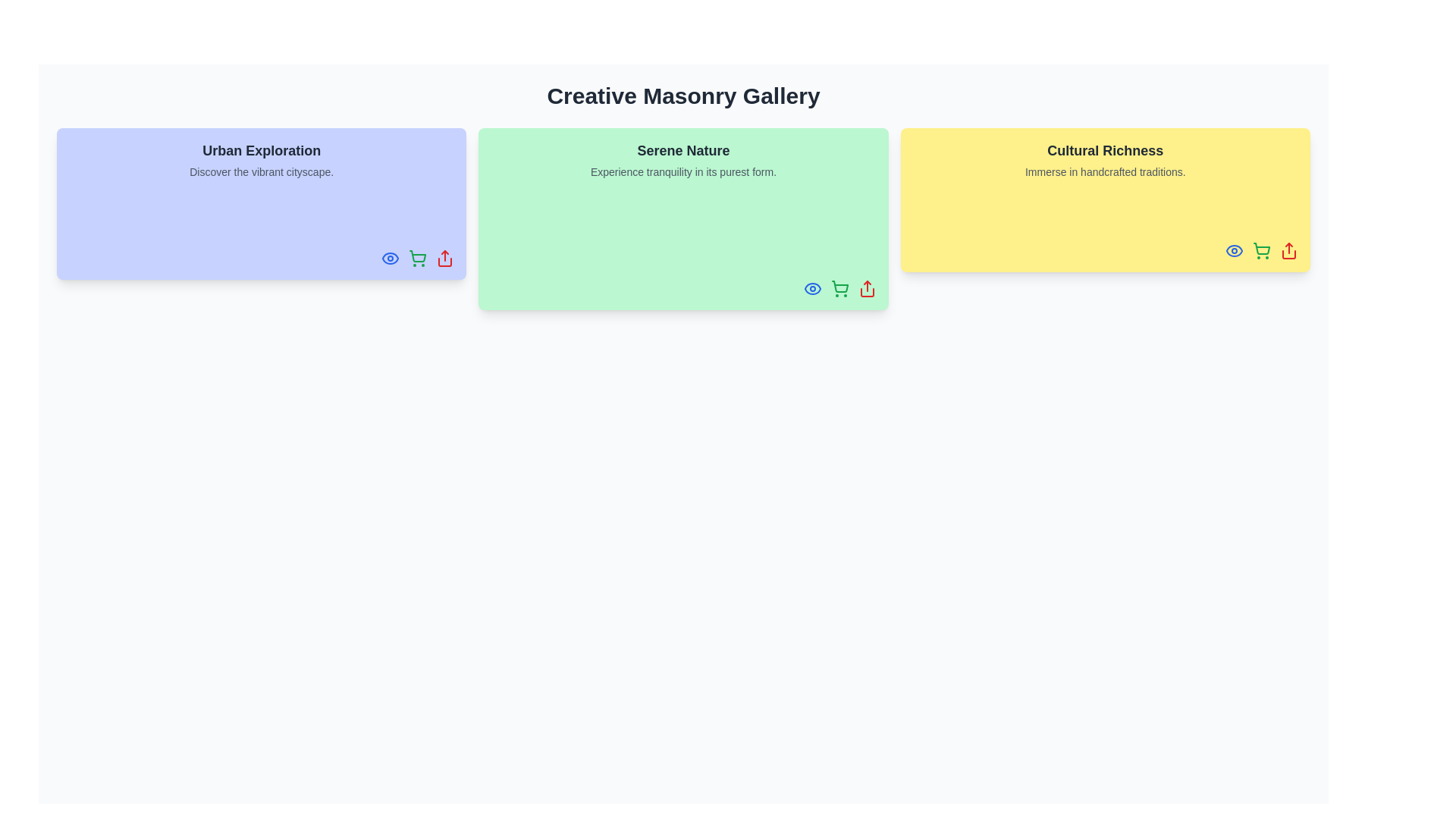 This screenshot has height=819, width=1456. I want to click on the eye-shaped icon button, which is blue and located at the bottom-right corner of the leftmost blue card titled 'Urban Exploration', to preview or view, so click(391, 257).